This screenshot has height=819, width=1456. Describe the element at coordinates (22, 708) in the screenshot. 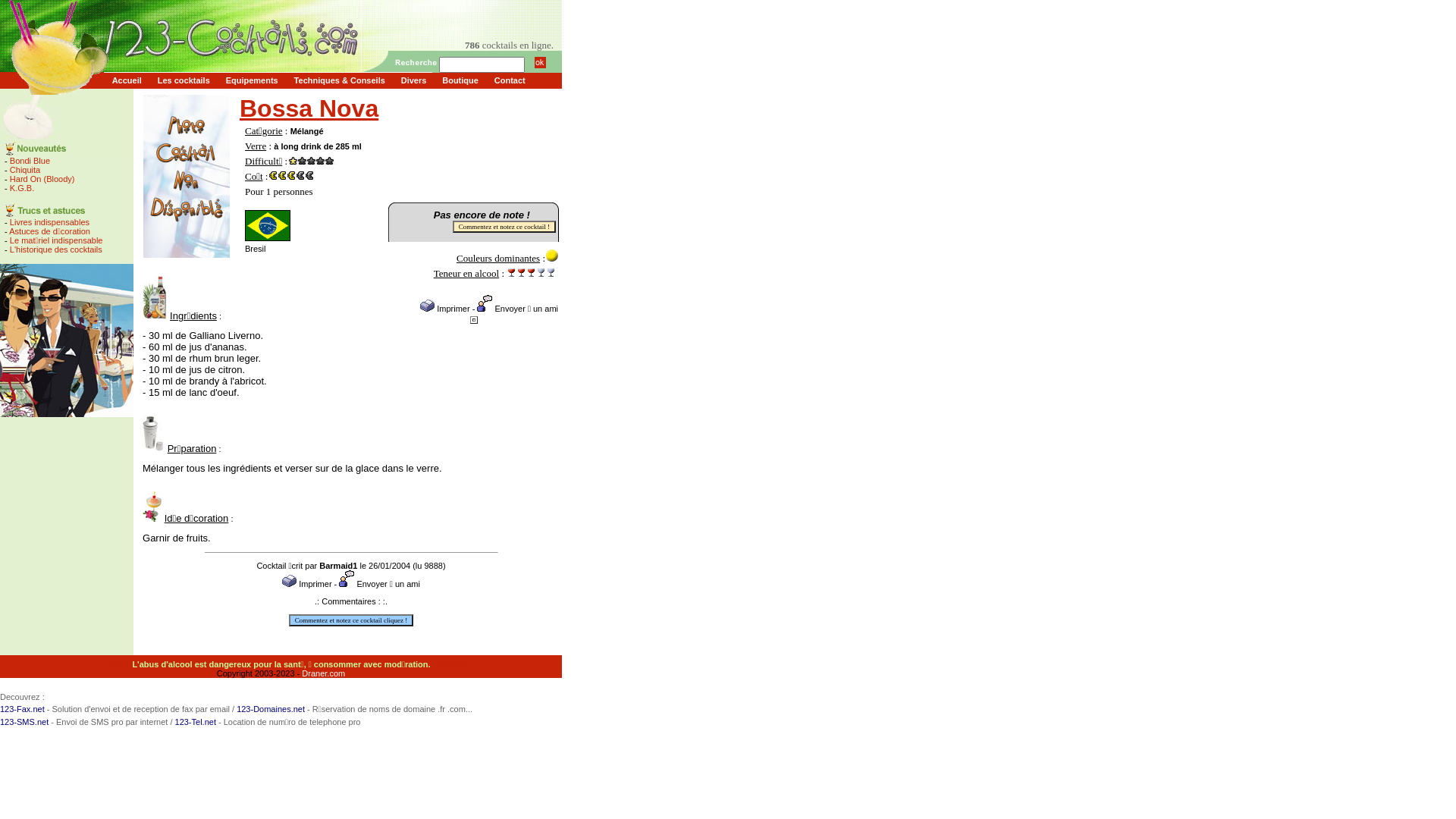

I see `'123-Fax.net'` at that location.